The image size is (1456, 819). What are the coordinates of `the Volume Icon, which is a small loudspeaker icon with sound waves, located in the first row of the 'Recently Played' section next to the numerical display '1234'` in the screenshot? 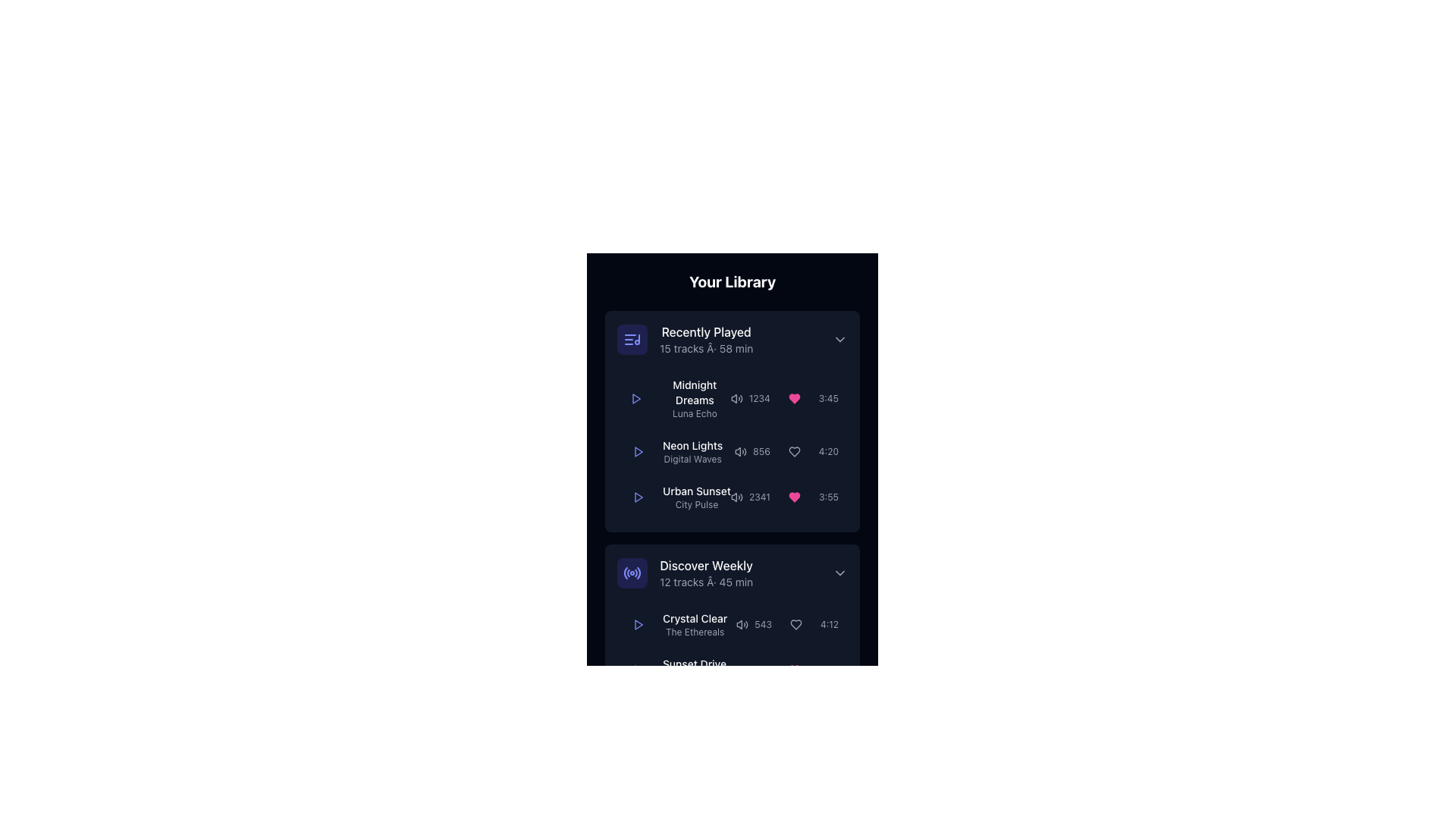 It's located at (736, 397).